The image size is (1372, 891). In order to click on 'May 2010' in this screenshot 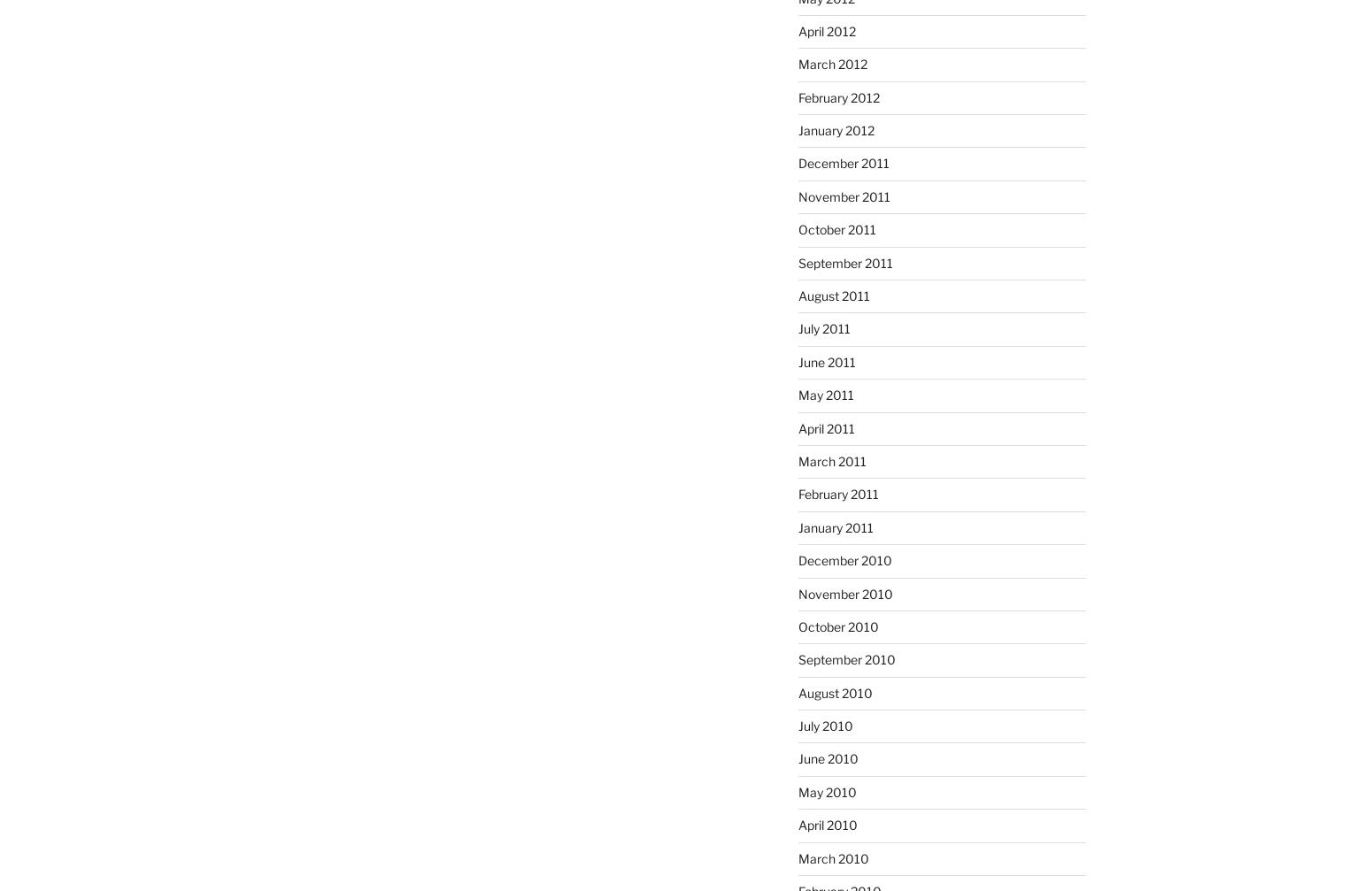, I will do `click(798, 790)`.